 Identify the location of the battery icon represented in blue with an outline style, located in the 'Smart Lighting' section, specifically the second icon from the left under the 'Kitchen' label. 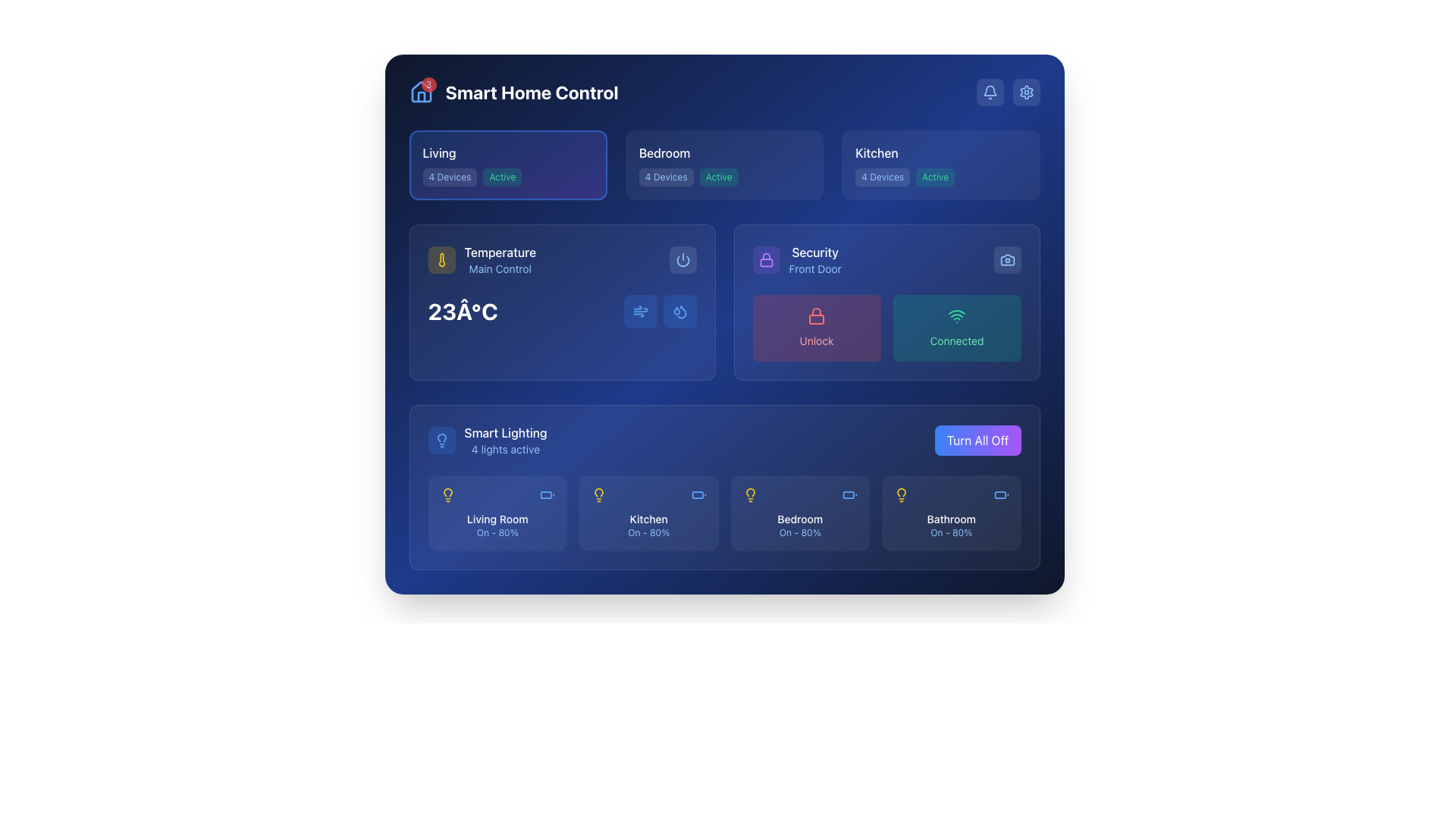
(698, 494).